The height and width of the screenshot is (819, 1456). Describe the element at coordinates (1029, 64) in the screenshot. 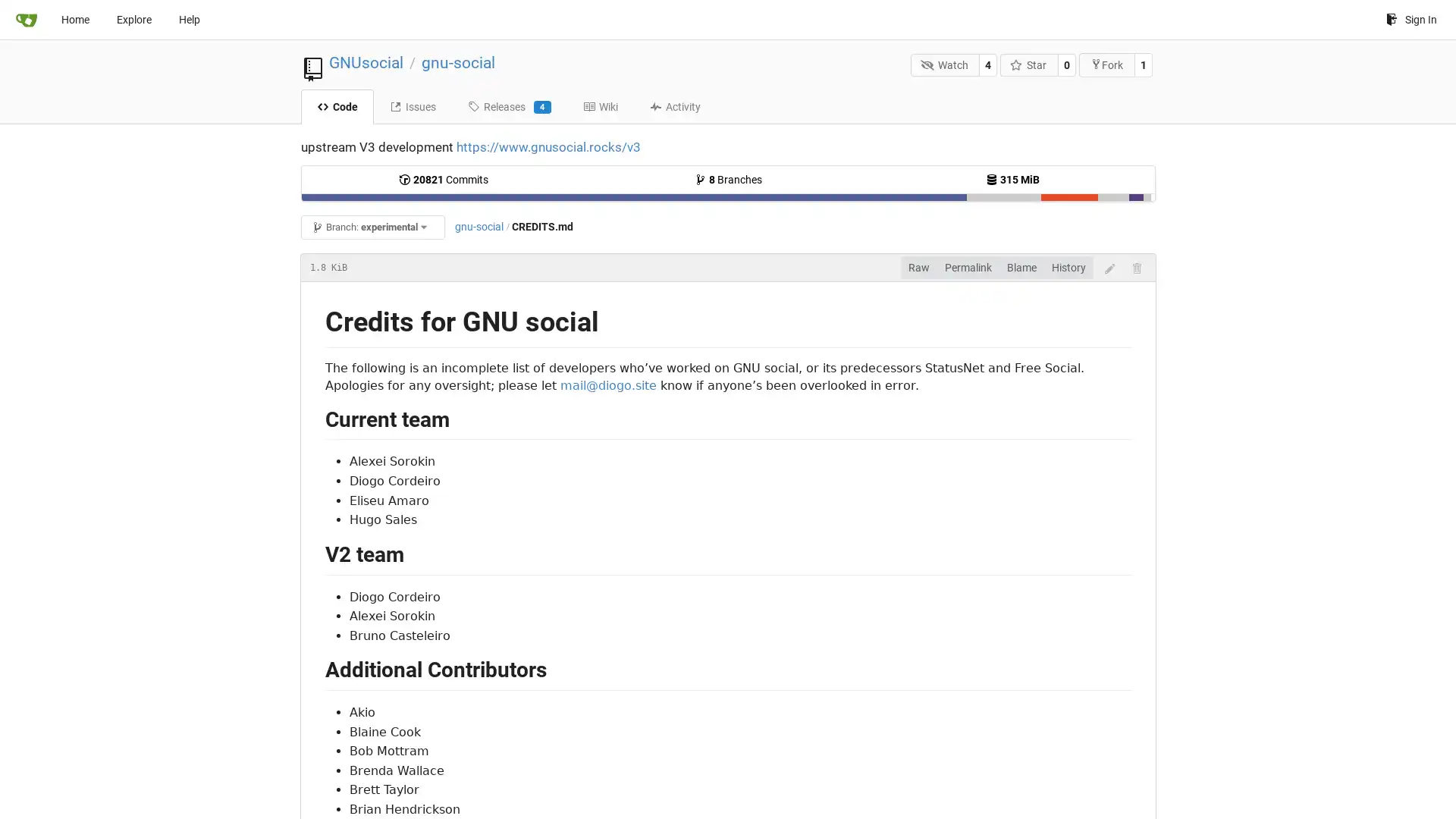

I see `Star` at that location.